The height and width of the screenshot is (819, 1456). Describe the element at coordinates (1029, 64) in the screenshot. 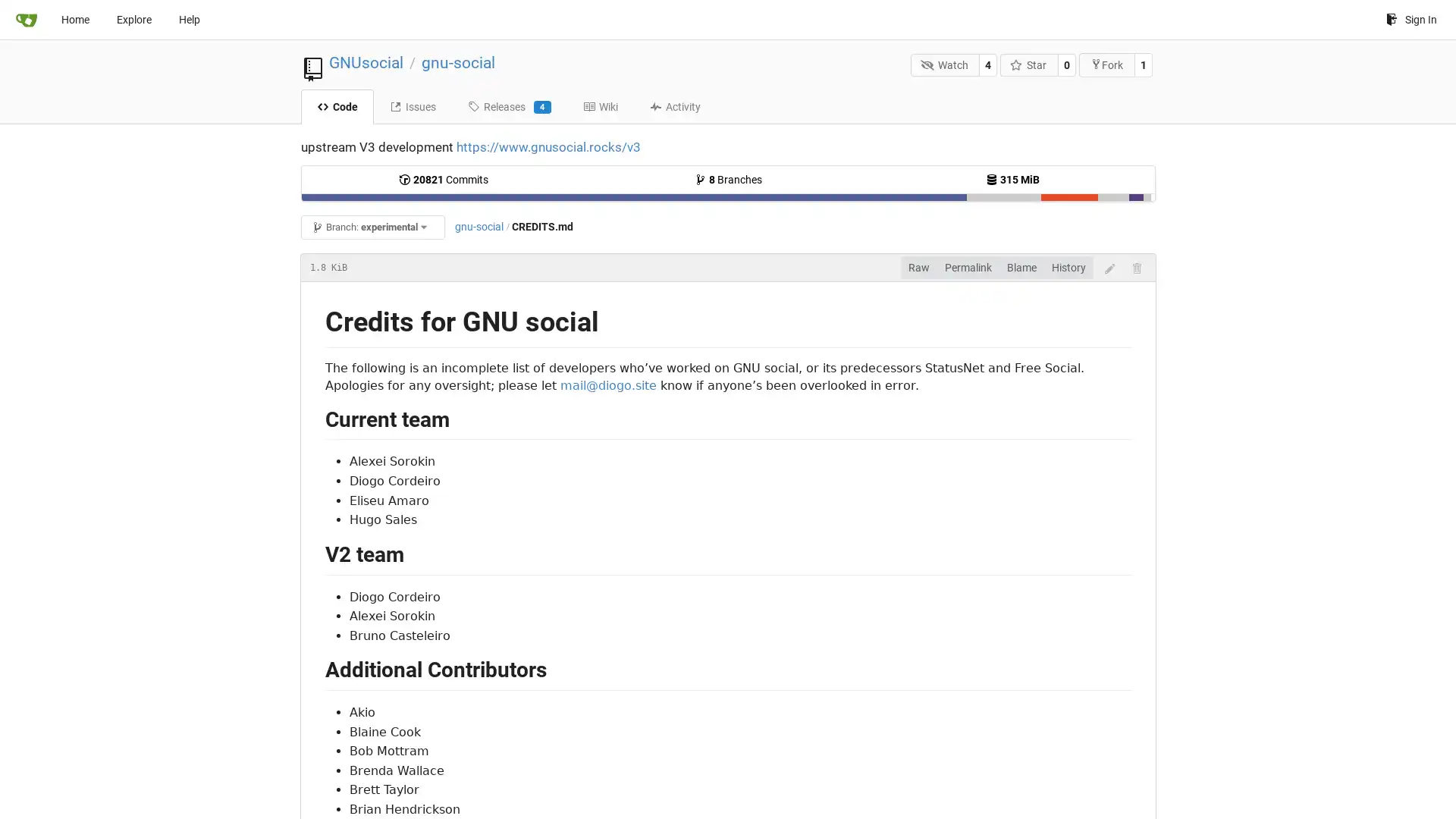

I see `Star` at that location.